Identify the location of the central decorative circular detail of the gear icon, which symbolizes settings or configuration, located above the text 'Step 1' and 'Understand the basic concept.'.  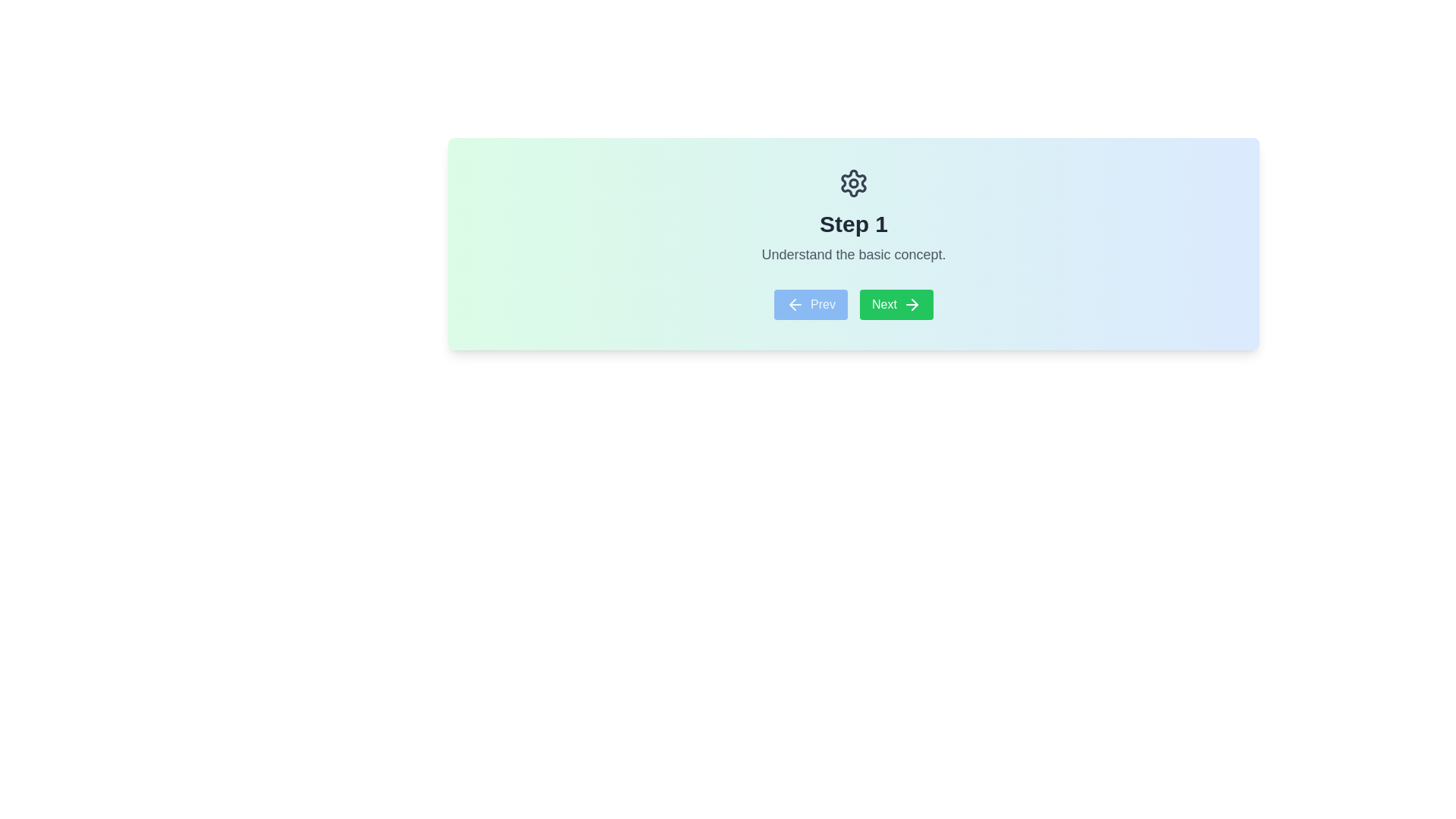
(854, 183).